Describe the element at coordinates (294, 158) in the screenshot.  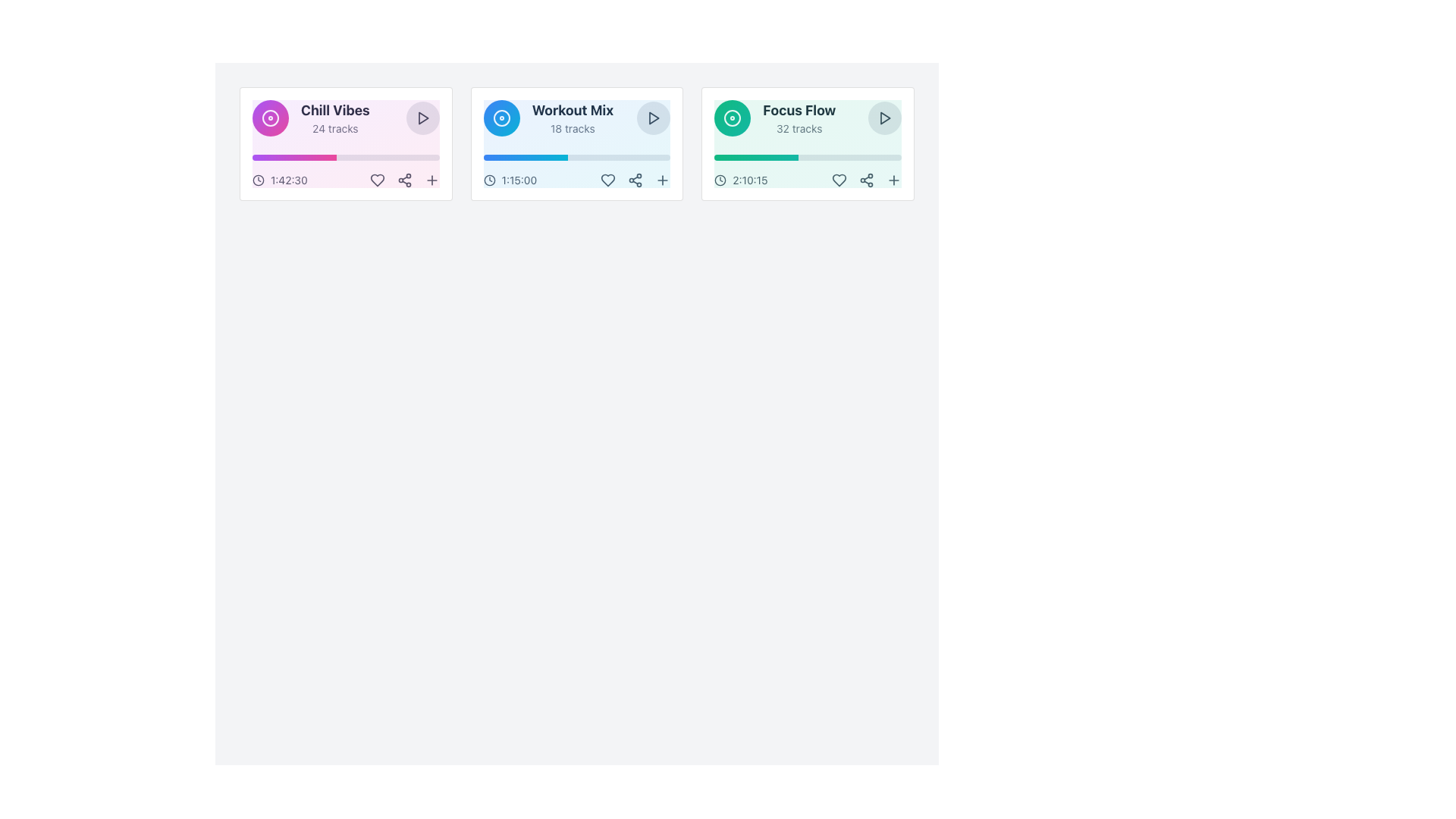
I see `the progress bar located within the 'Chill Vibes' card, positioned below the card title and above the statistics` at that location.